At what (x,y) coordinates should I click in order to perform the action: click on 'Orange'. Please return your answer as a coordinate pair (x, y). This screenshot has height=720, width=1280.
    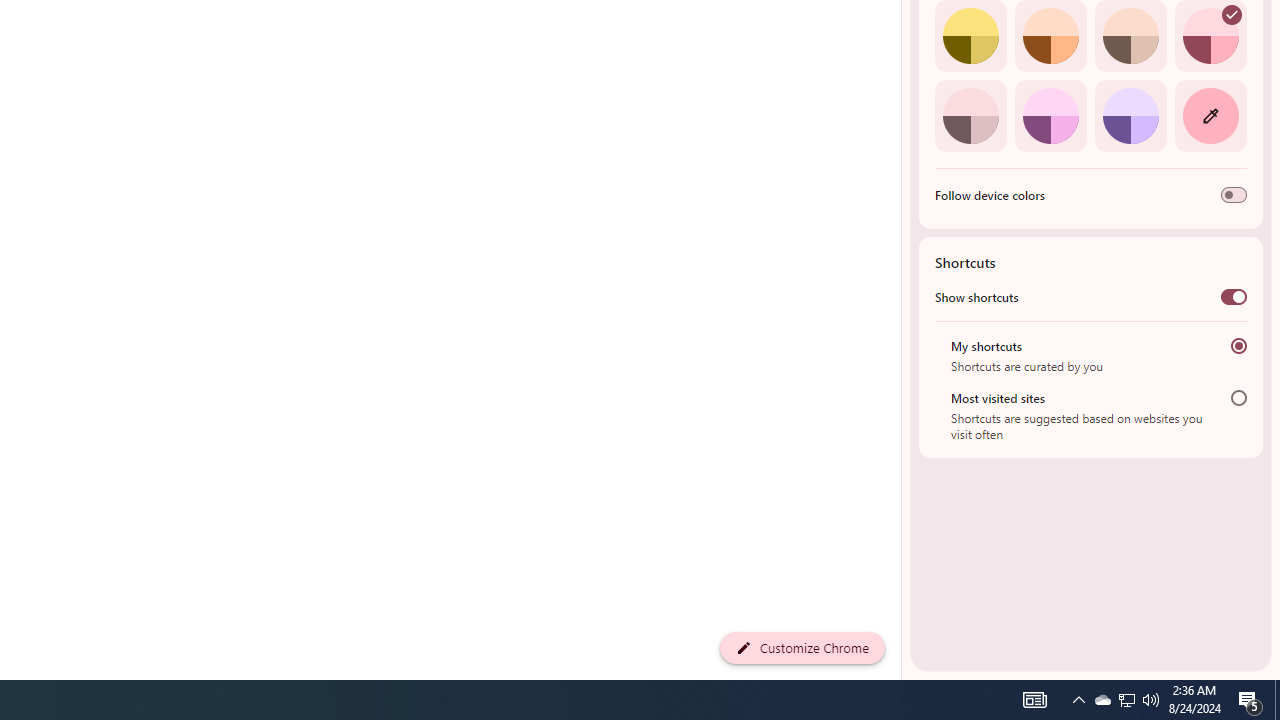
    Looking at the image, I should click on (1049, 36).